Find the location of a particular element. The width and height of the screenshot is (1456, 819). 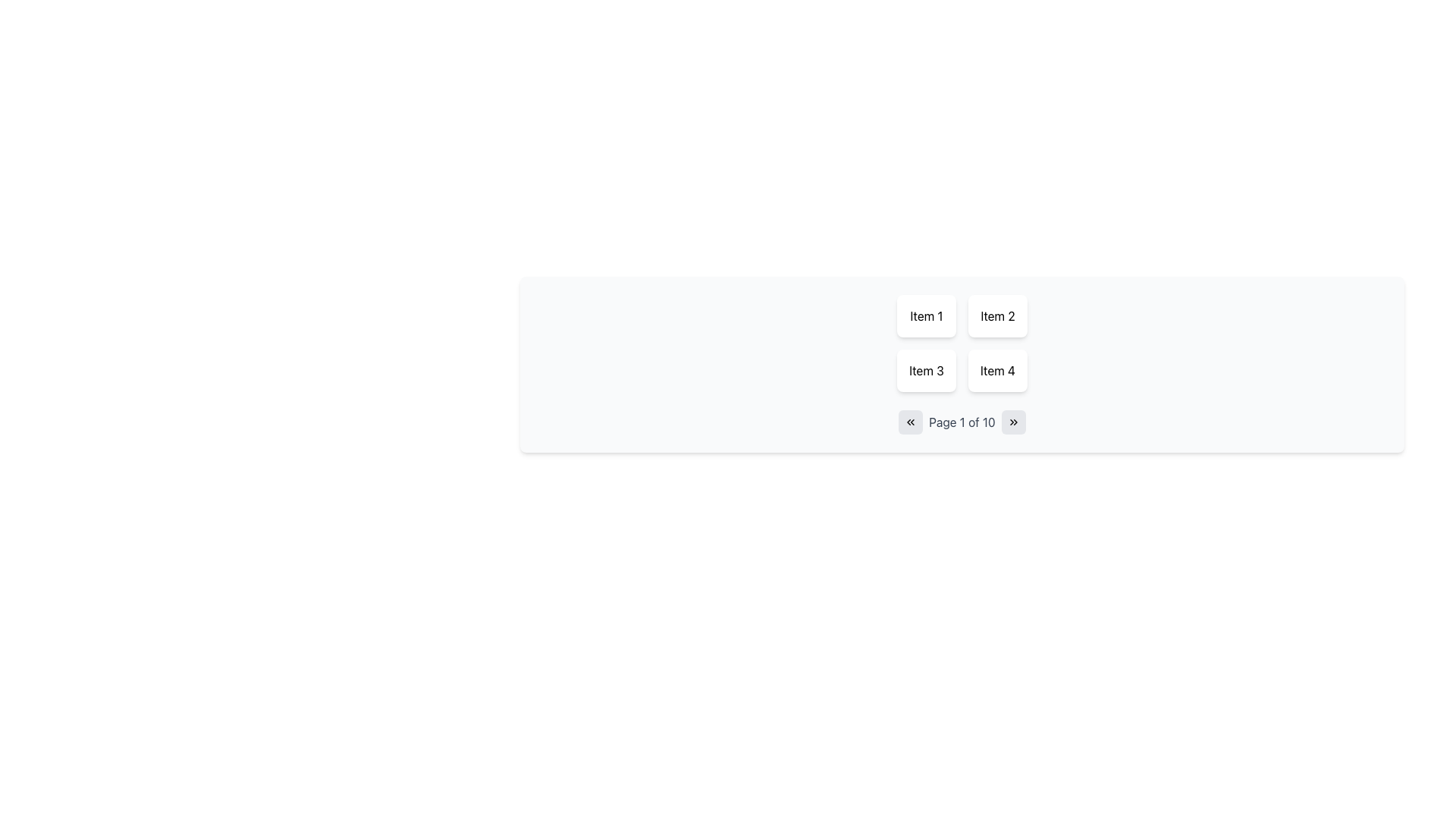

the double-chevron left button in the pagination control bar is located at coordinates (910, 422).